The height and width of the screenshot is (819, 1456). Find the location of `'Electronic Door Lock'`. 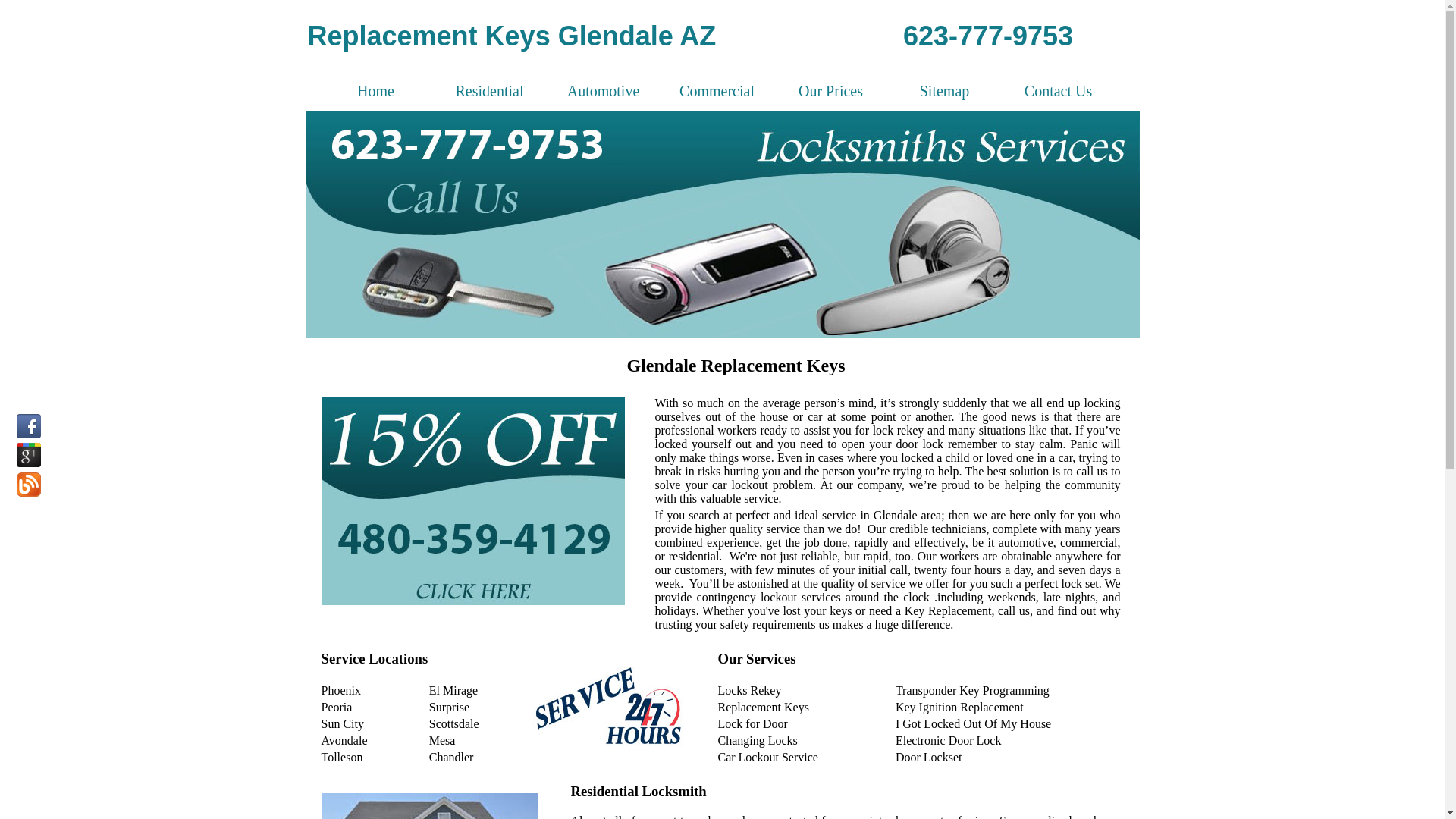

'Electronic Door Lock' is located at coordinates (948, 739).